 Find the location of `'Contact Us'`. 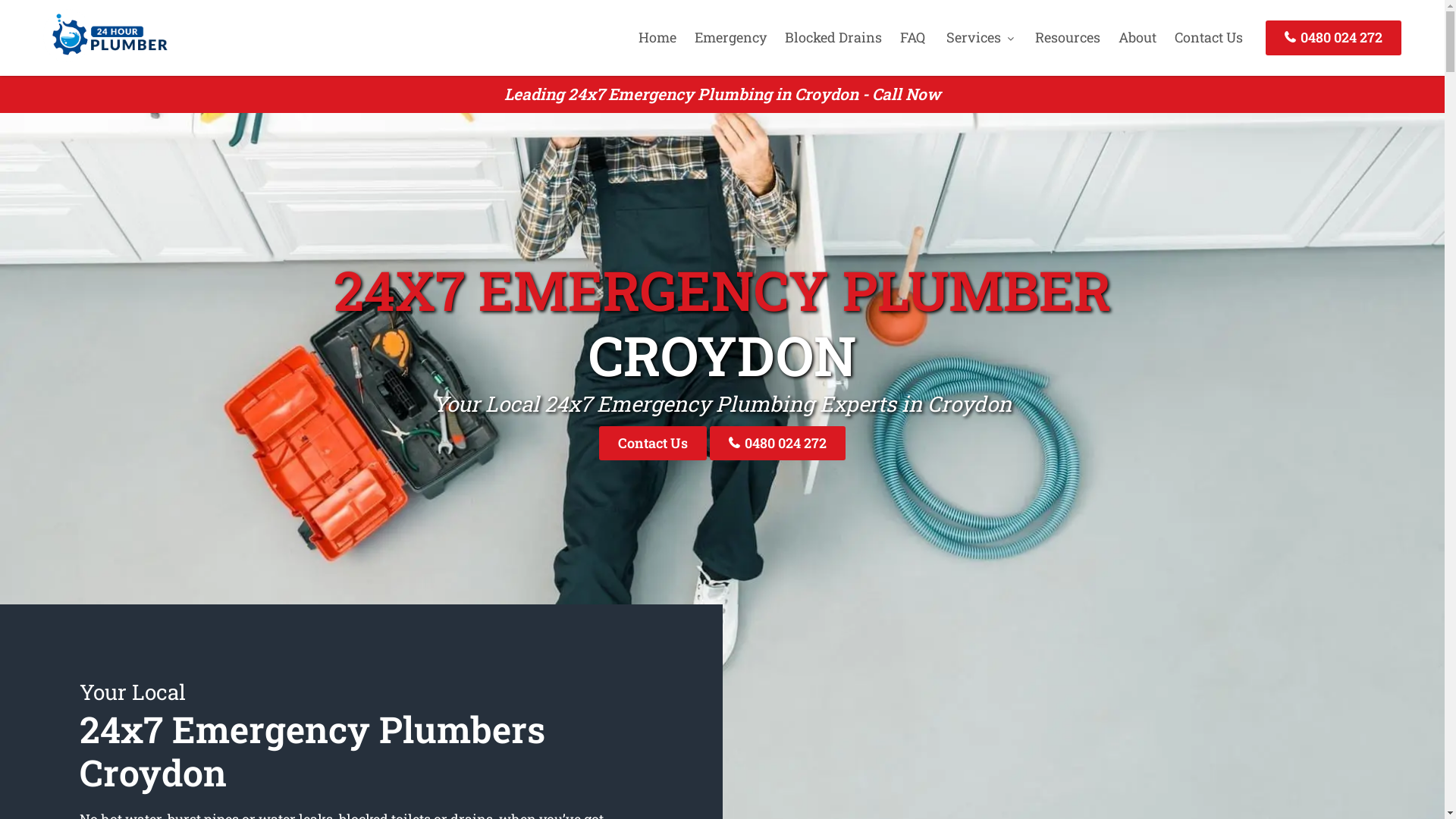

'Contact Us' is located at coordinates (1207, 36).